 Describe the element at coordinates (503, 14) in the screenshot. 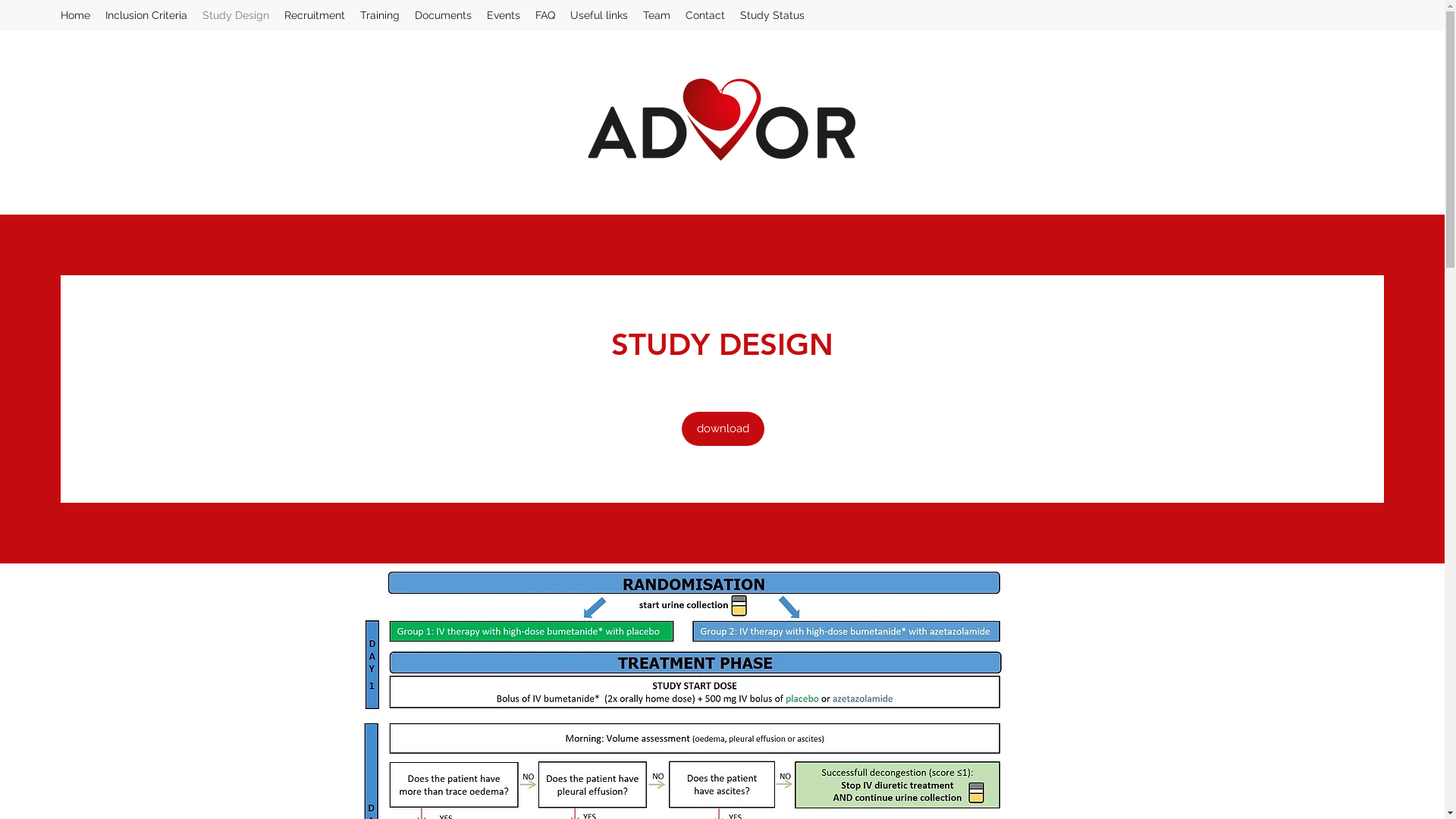

I see `'Events'` at that location.